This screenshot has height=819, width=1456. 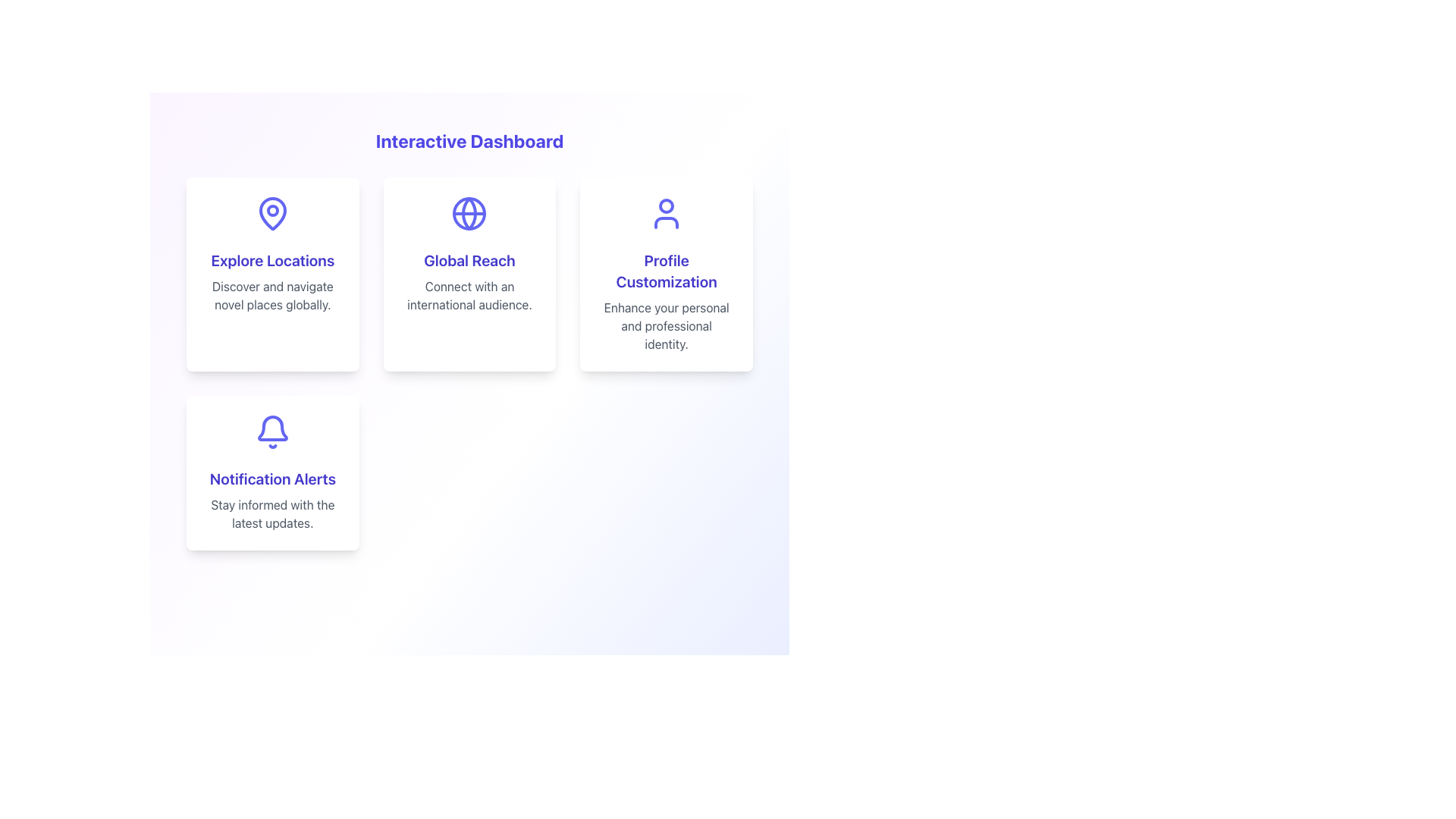 What do you see at coordinates (272, 479) in the screenshot?
I see `'Notification Alerts' heading element, which is a bold, indigo-colored text label centered in the bottom card of a three-card layout` at bounding box center [272, 479].